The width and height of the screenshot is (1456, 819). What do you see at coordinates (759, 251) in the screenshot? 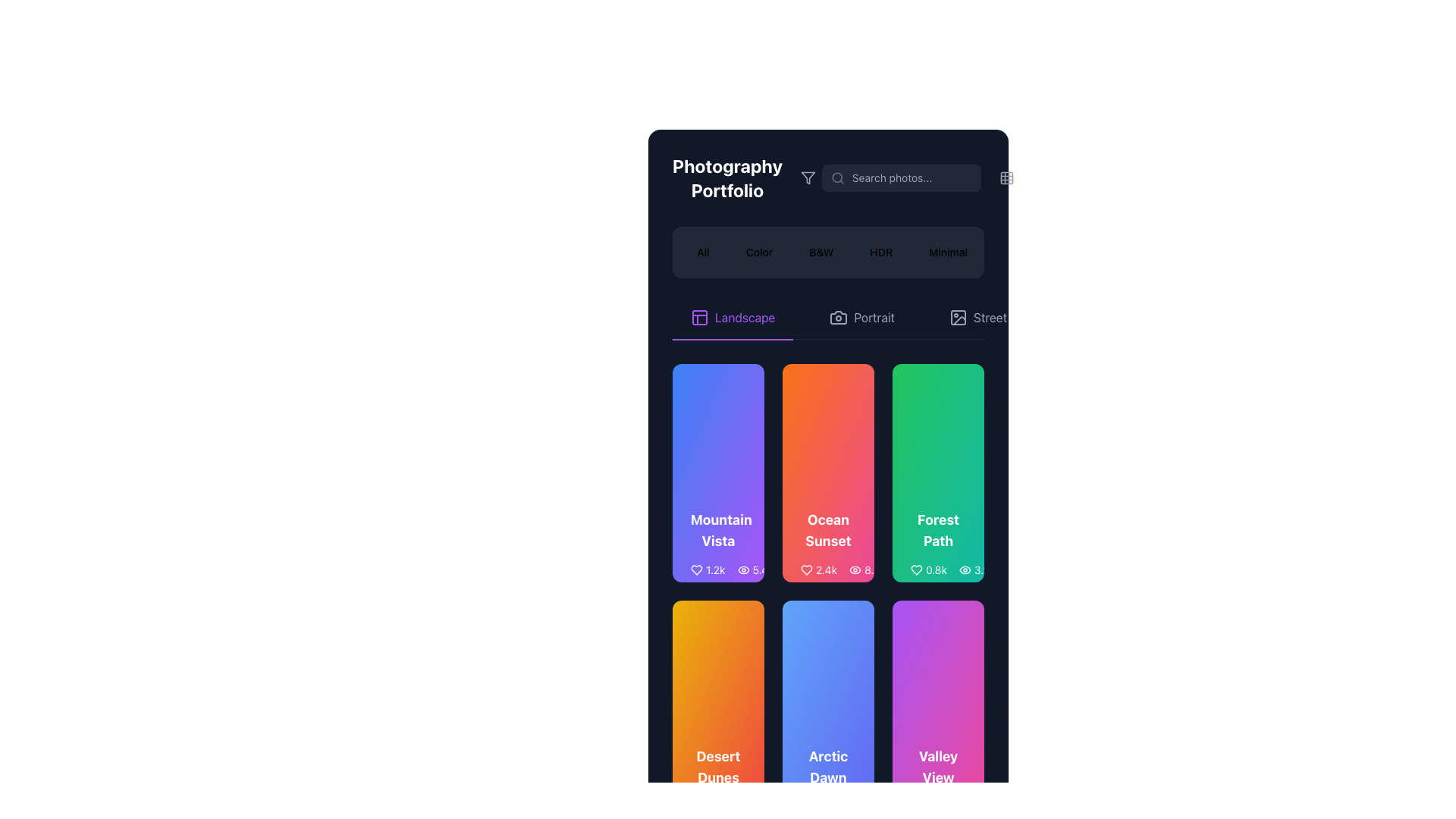
I see `the 'Color' button using keyboard navigation` at bounding box center [759, 251].